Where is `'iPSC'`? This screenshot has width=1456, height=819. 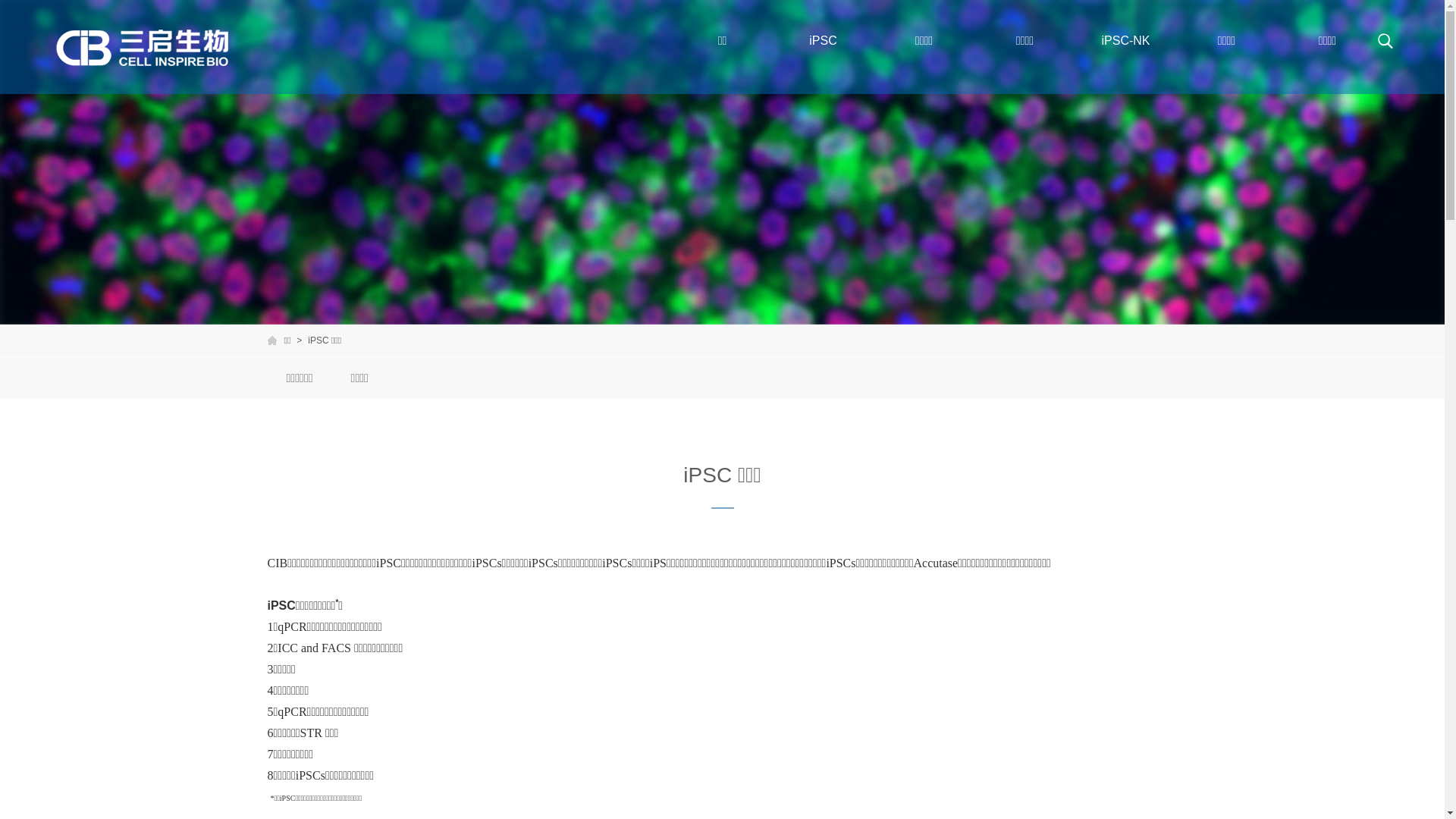 'iPSC' is located at coordinates (772, 40).